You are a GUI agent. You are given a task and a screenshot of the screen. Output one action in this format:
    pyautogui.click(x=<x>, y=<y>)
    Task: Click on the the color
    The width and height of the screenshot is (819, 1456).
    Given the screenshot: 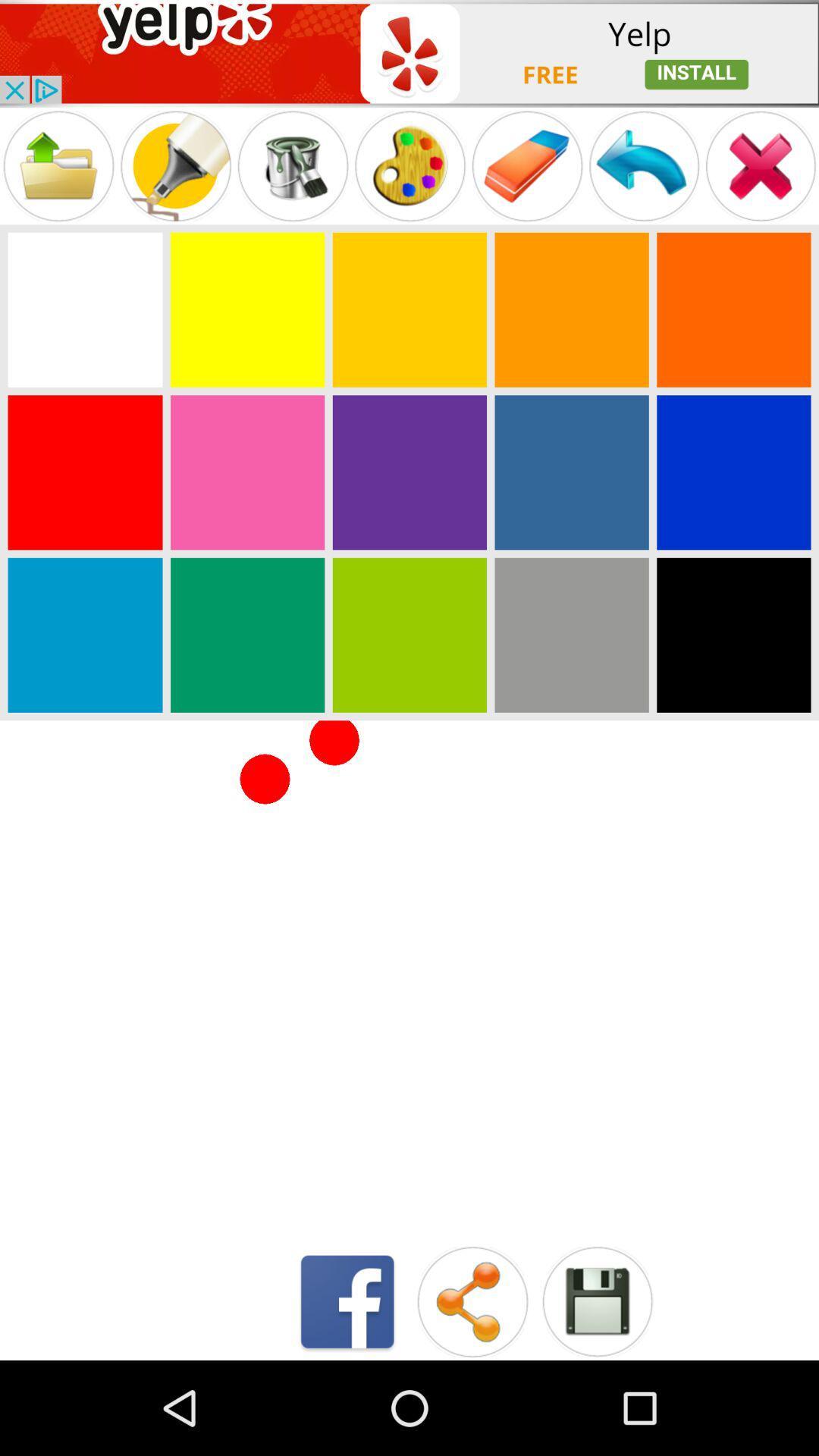 What is the action you would take?
    pyautogui.click(x=85, y=309)
    